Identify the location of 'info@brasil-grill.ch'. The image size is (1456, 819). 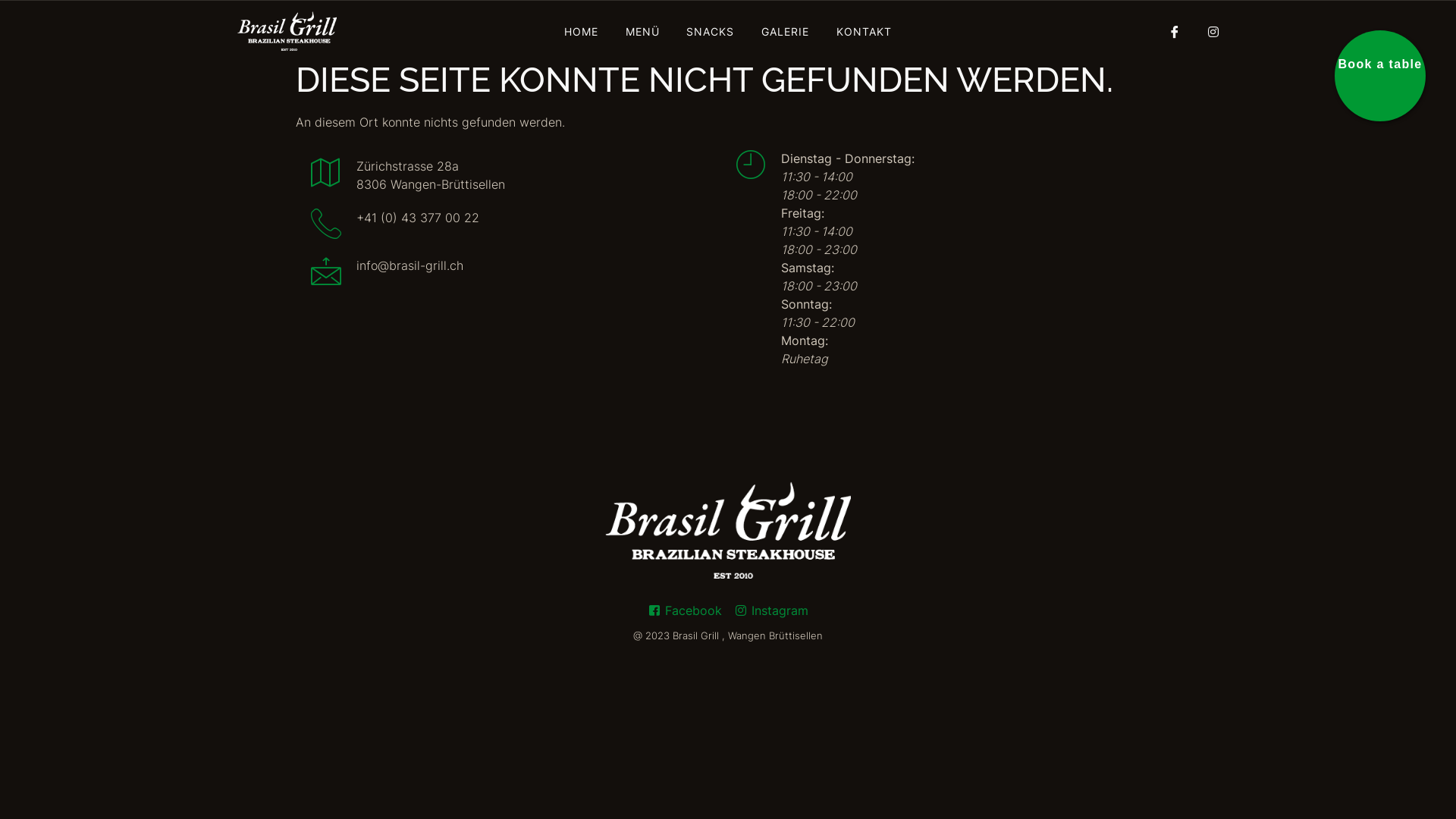
(387, 271).